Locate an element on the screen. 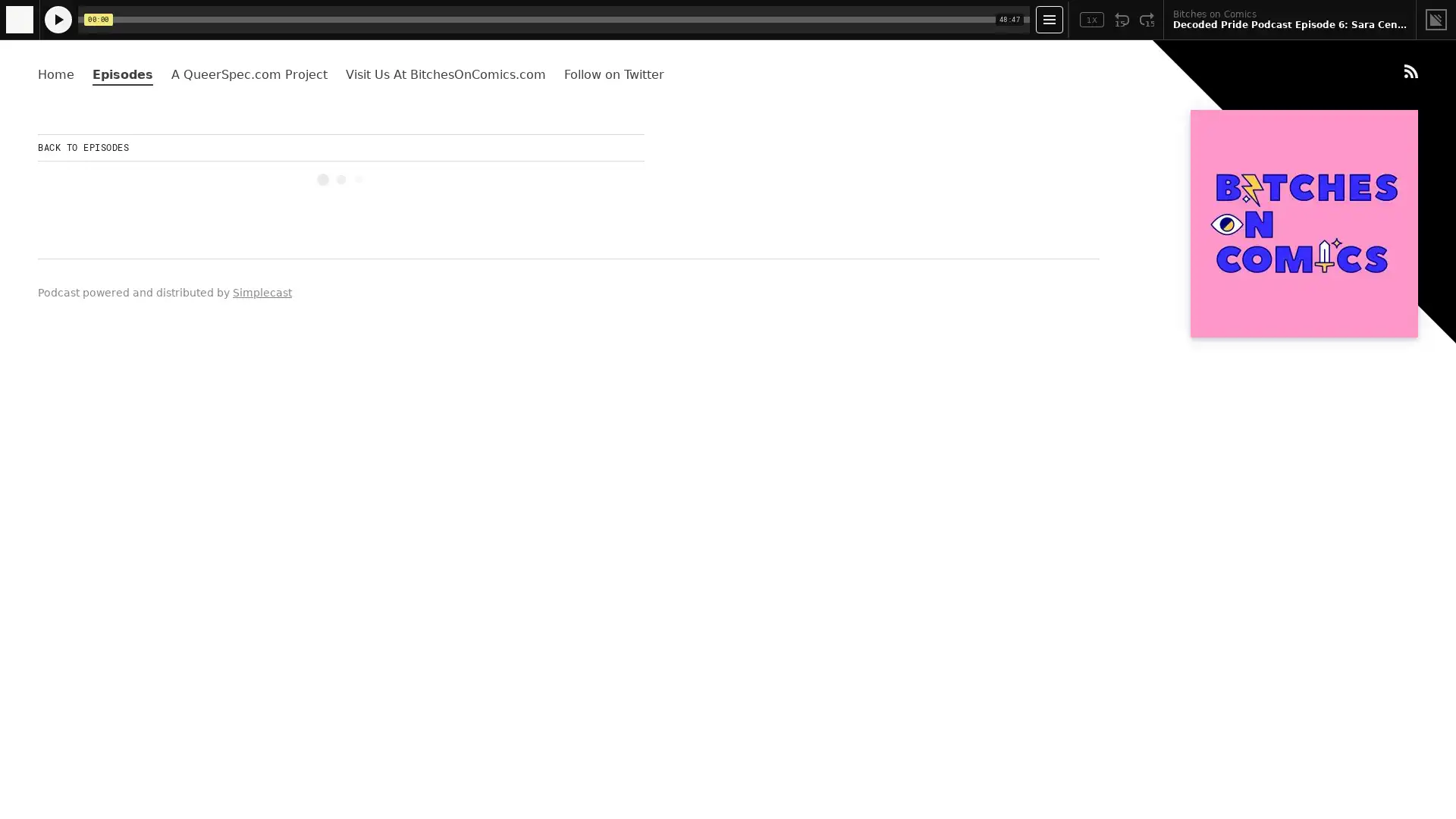 The height and width of the screenshot is (819, 1456). Play is located at coordinates (58, 20).